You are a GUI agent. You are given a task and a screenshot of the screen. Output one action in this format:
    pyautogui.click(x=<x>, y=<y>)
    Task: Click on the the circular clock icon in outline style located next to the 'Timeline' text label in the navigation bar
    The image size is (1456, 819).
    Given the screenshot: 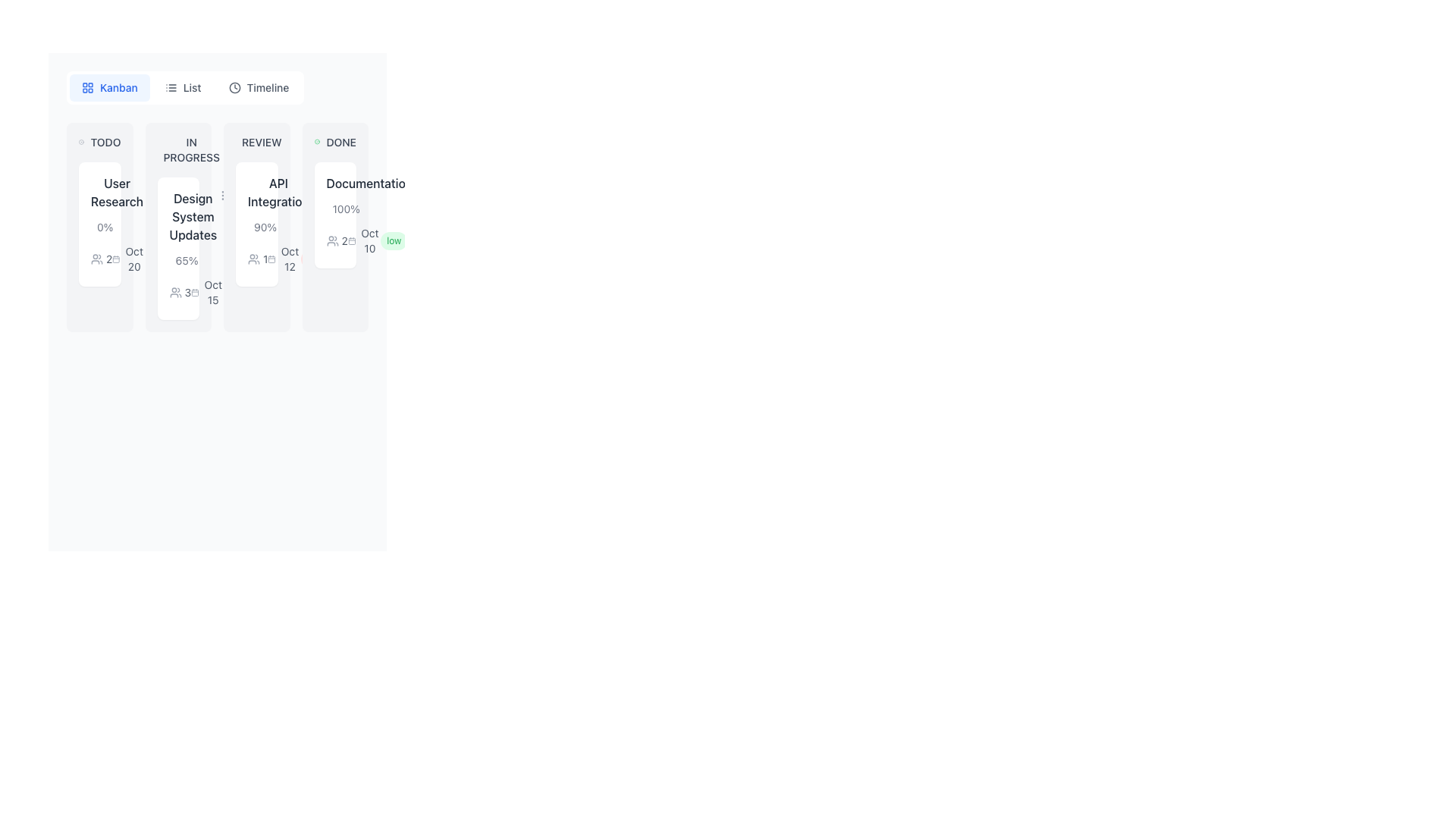 What is the action you would take?
    pyautogui.click(x=234, y=87)
    